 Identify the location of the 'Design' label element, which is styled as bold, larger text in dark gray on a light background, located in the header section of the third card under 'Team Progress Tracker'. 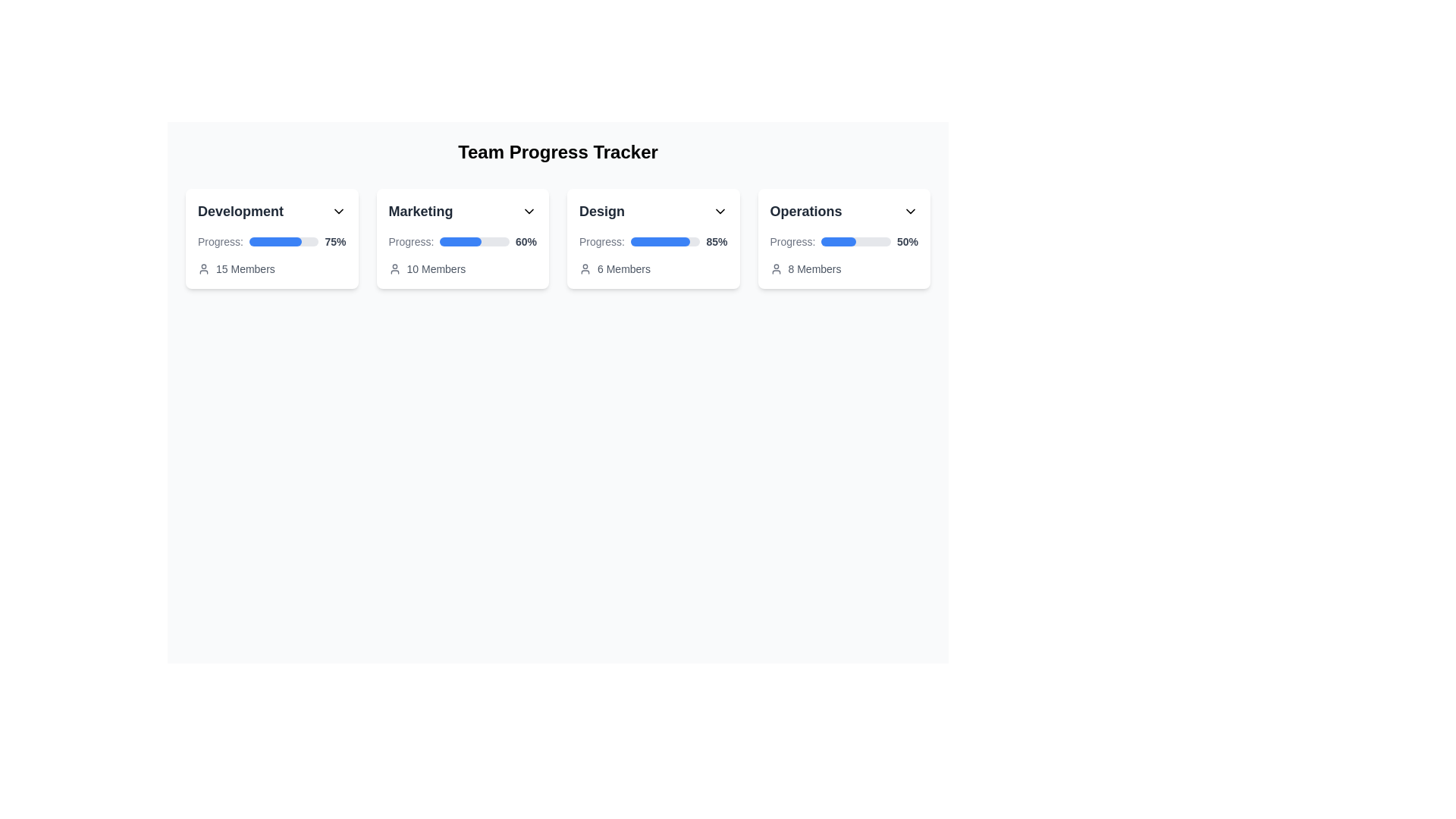
(601, 211).